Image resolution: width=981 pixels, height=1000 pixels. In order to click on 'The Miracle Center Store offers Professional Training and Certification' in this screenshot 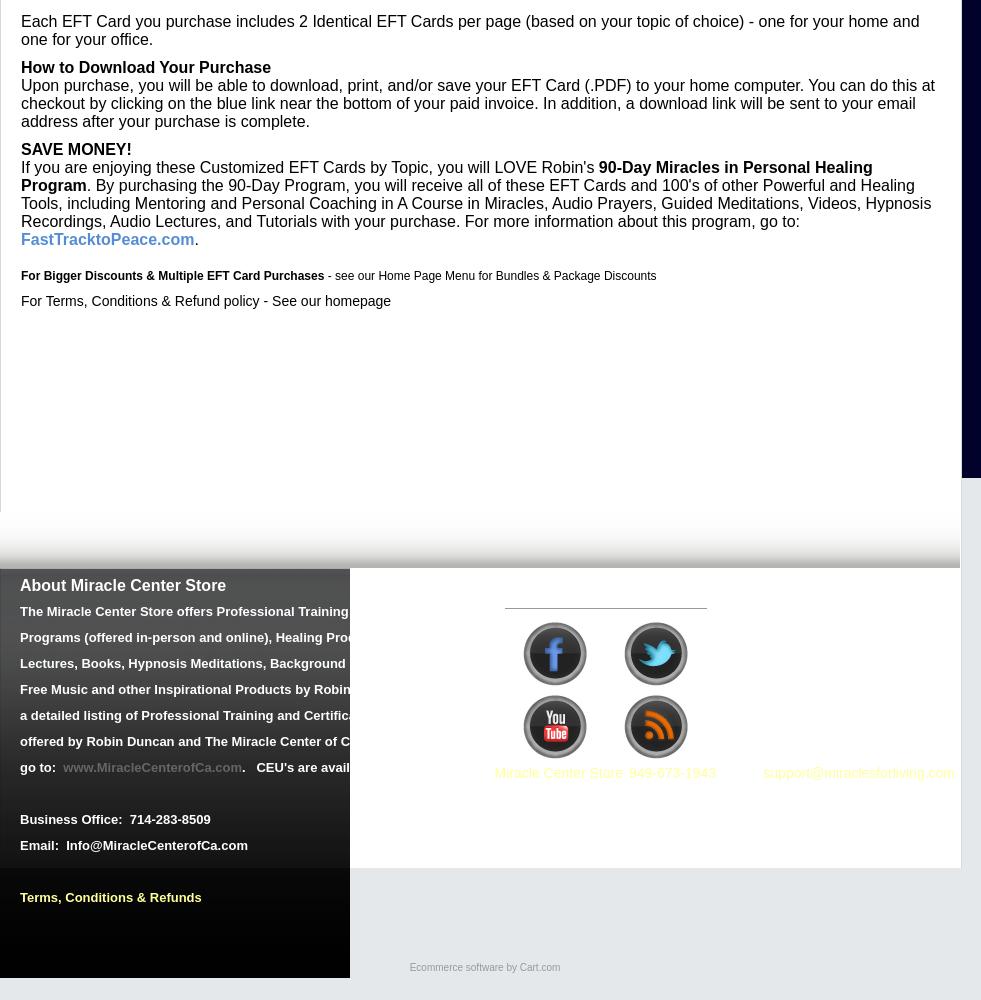, I will do `click(236, 610)`.